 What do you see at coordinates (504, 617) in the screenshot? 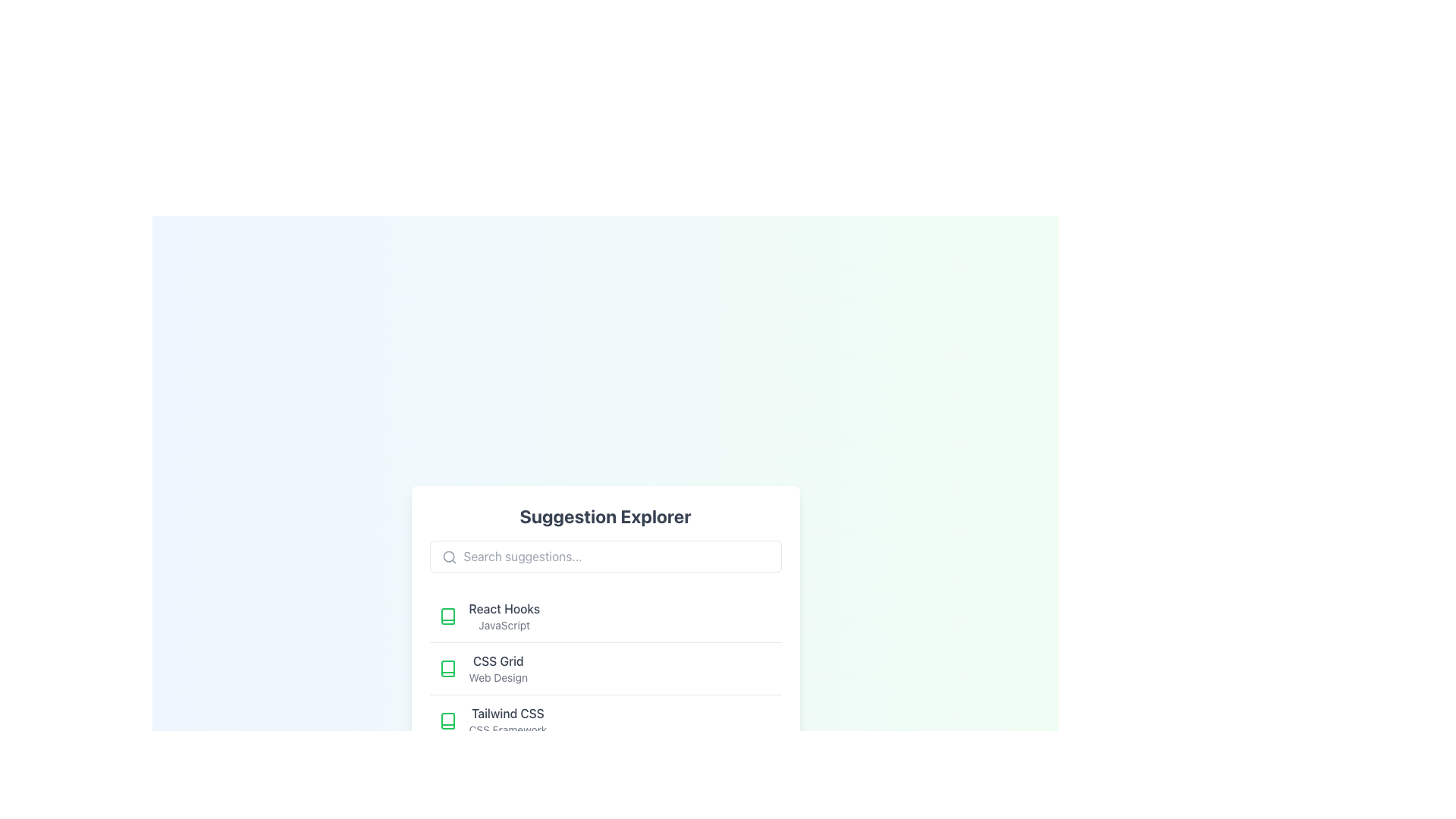
I see `the first suggestion text related to 'React Hooks' in the 'Suggestion Explorer'` at bounding box center [504, 617].